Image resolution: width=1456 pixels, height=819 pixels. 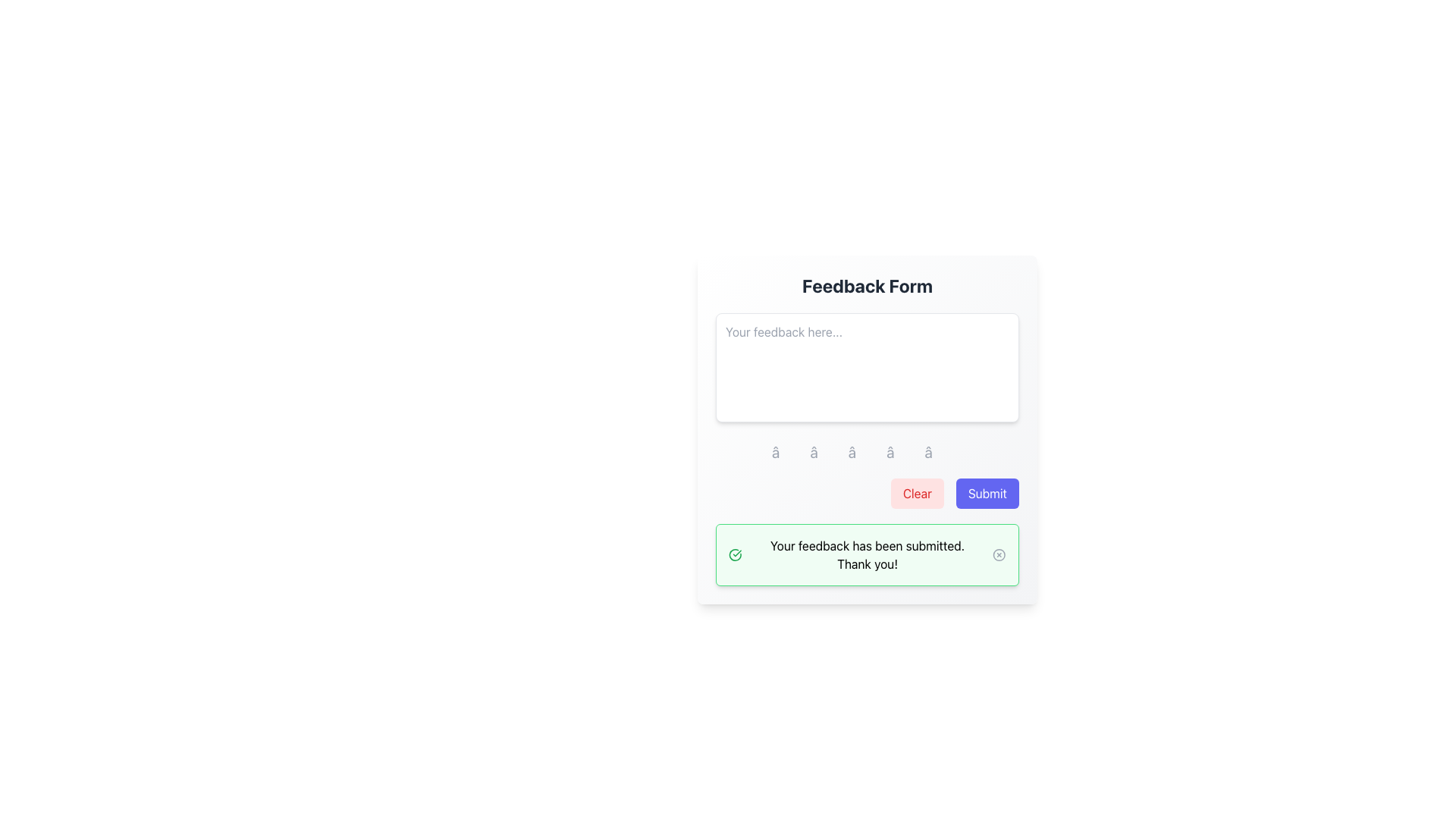 What do you see at coordinates (828, 452) in the screenshot?
I see `the second star in the rating input to indicate a preference or feedback score` at bounding box center [828, 452].